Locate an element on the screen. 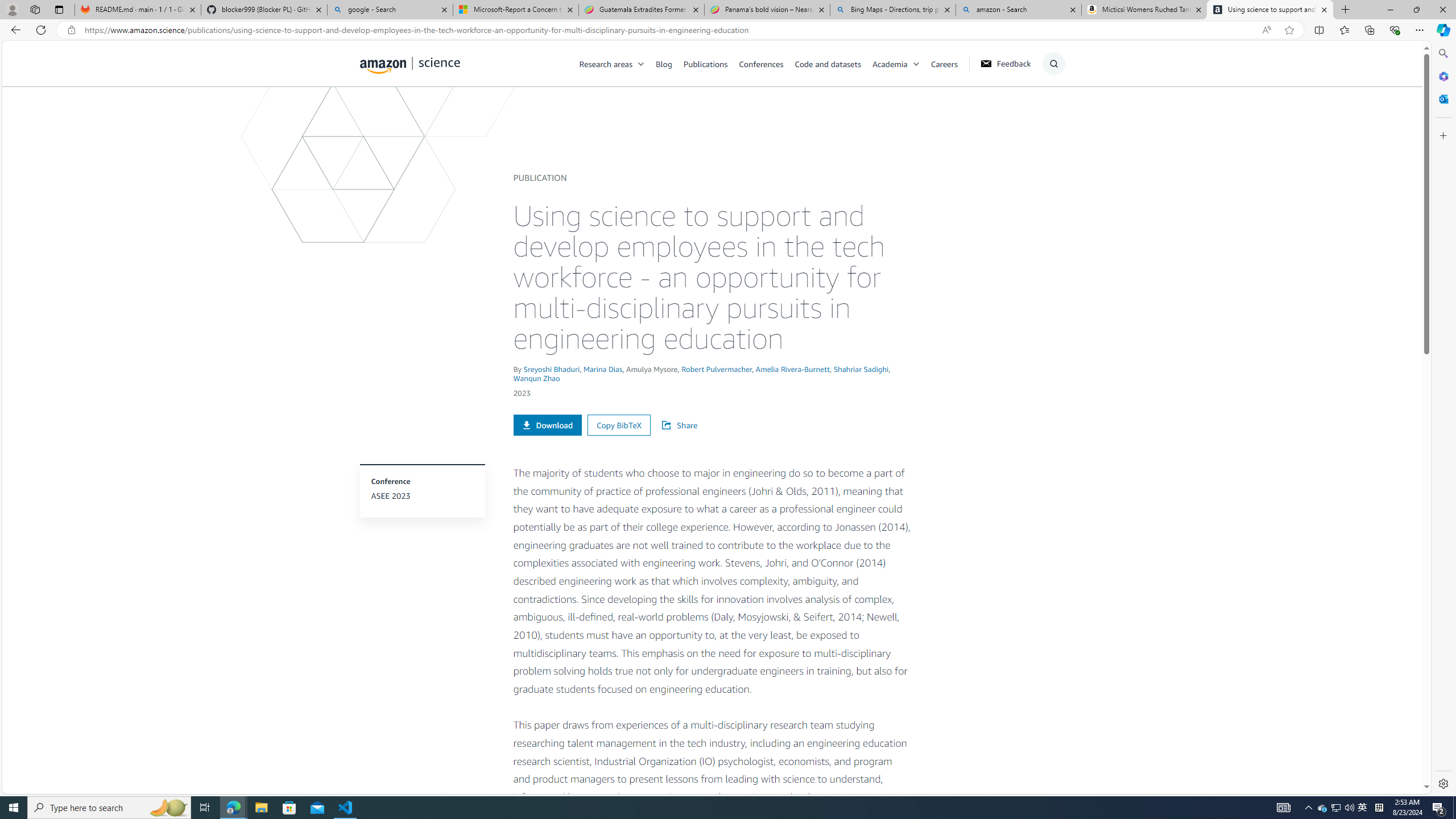 The height and width of the screenshot is (819, 1456). 'Research areas' is located at coordinates (606, 63).